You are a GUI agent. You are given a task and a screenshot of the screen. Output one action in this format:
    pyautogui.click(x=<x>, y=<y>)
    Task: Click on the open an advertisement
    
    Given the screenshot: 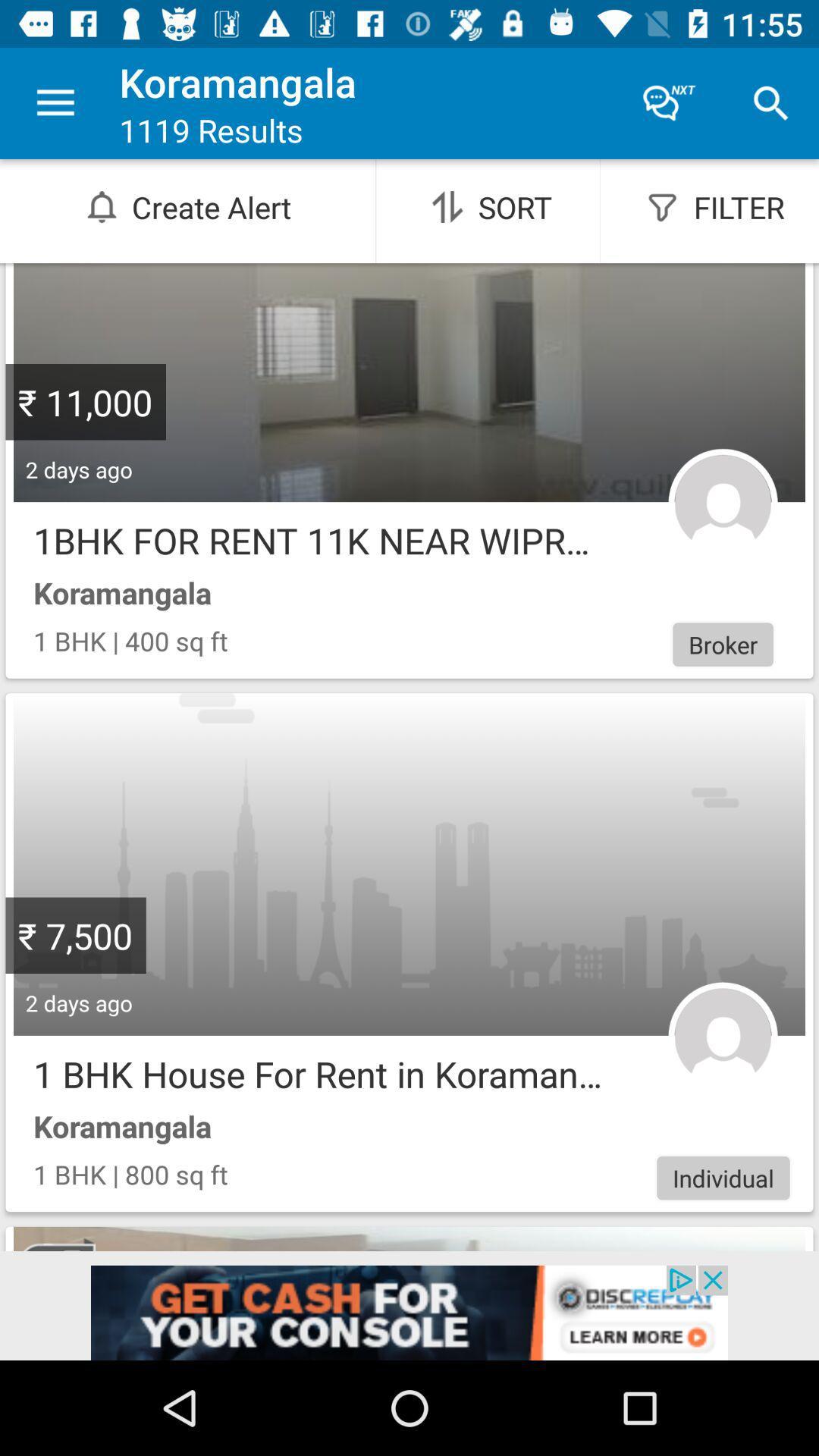 What is the action you would take?
    pyautogui.click(x=409, y=1312)
    